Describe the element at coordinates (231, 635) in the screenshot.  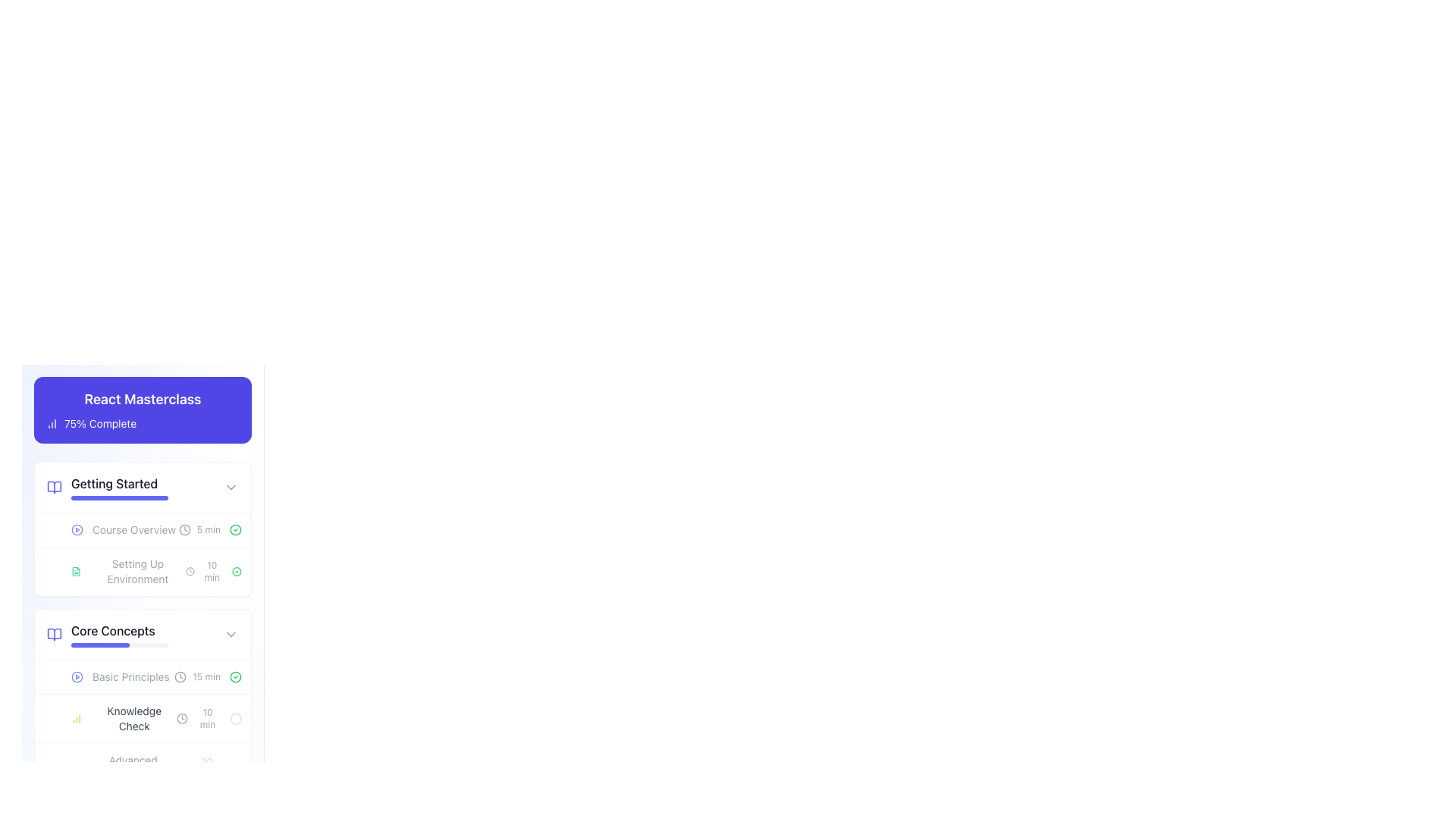
I see `the rightward-facing chevron icon located at the far right of the 'Core Concepts' row` at that location.